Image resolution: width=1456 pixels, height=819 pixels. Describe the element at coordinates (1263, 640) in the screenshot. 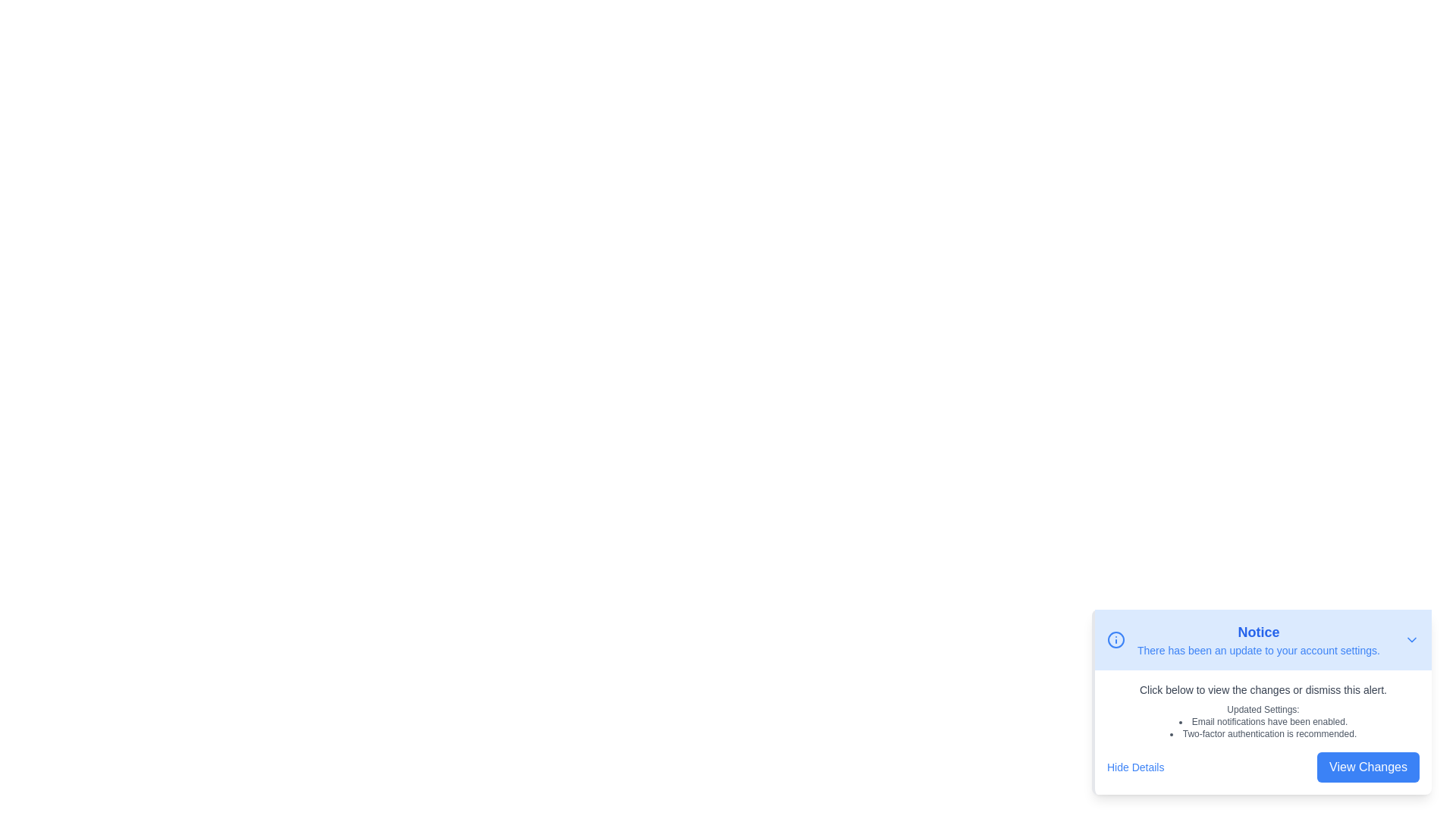

I see `the informative banner styled with a light blue background, containing the title 'Notice' in bold blue text, located at the bottom-right corner of the interface` at that location.